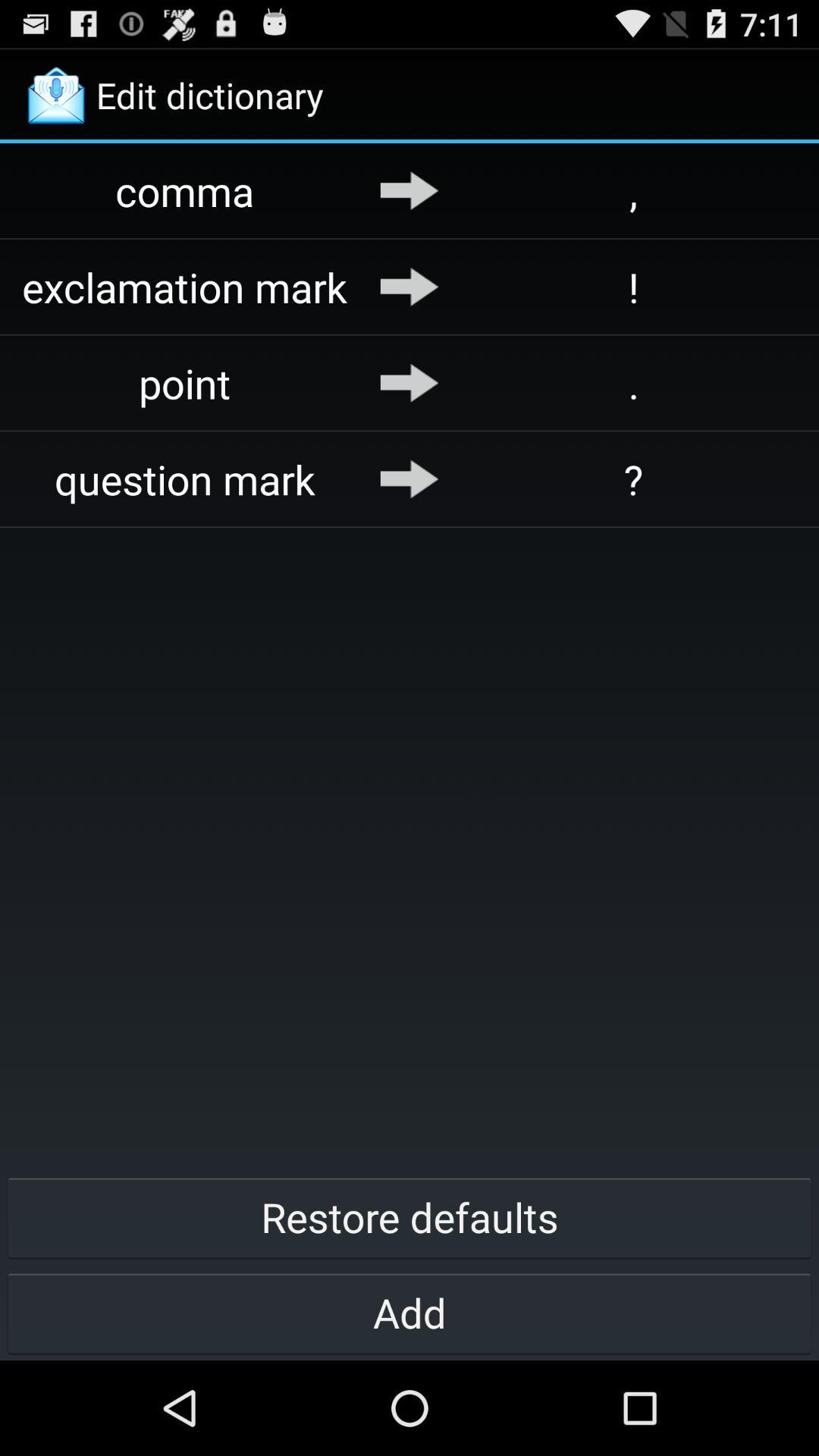 Image resolution: width=819 pixels, height=1456 pixels. I want to click on the icon above the exclamation mark app, so click(409, 190).